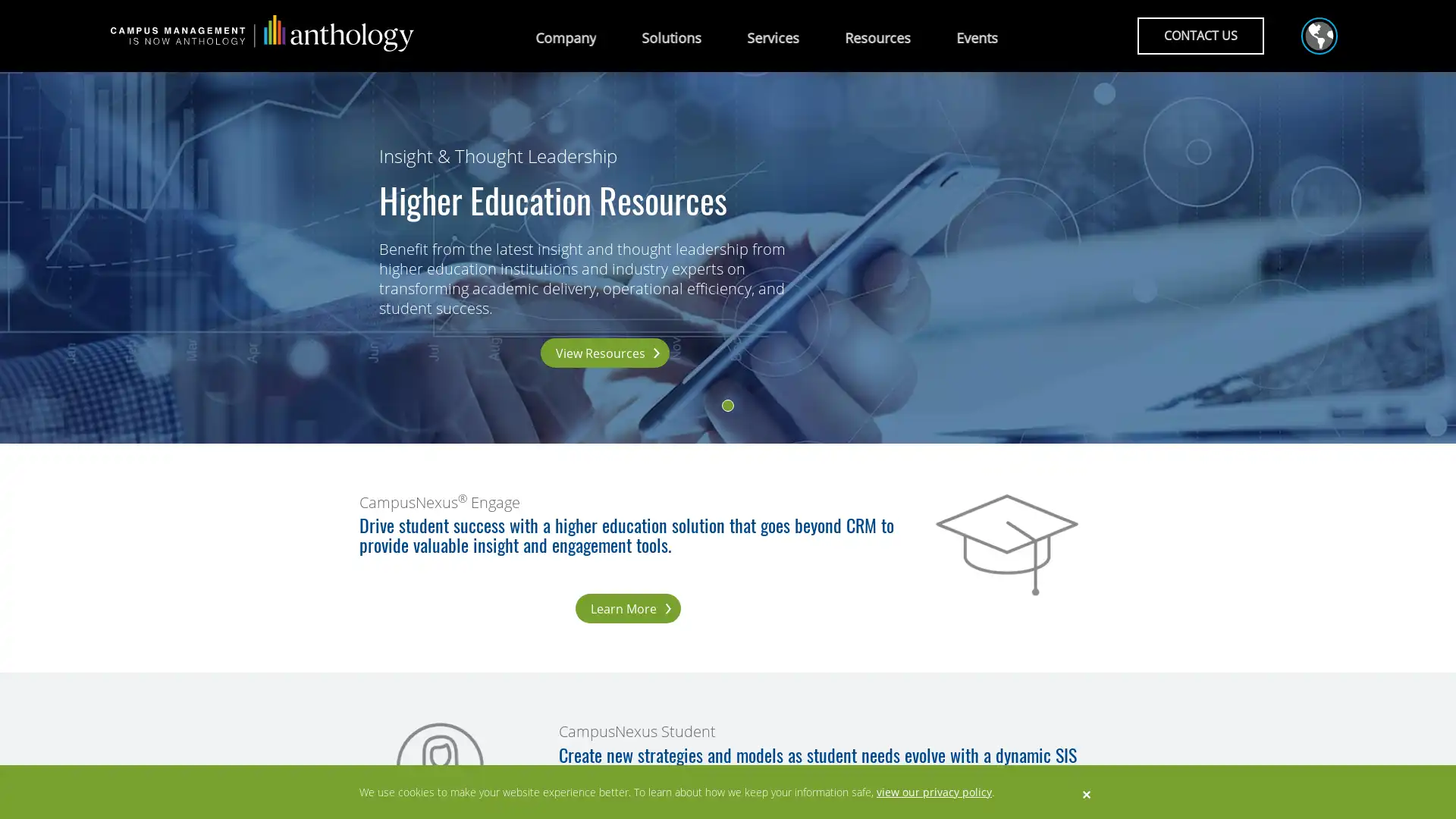  I want to click on Close, so click(1086, 792).